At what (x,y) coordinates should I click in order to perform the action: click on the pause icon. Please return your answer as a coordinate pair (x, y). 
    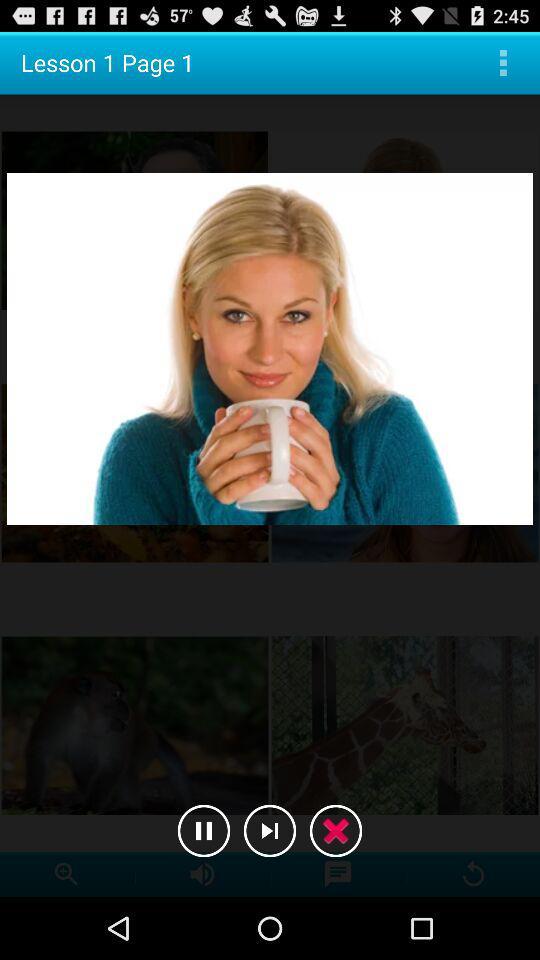
    Looking at the image, I should click on (203, 888).